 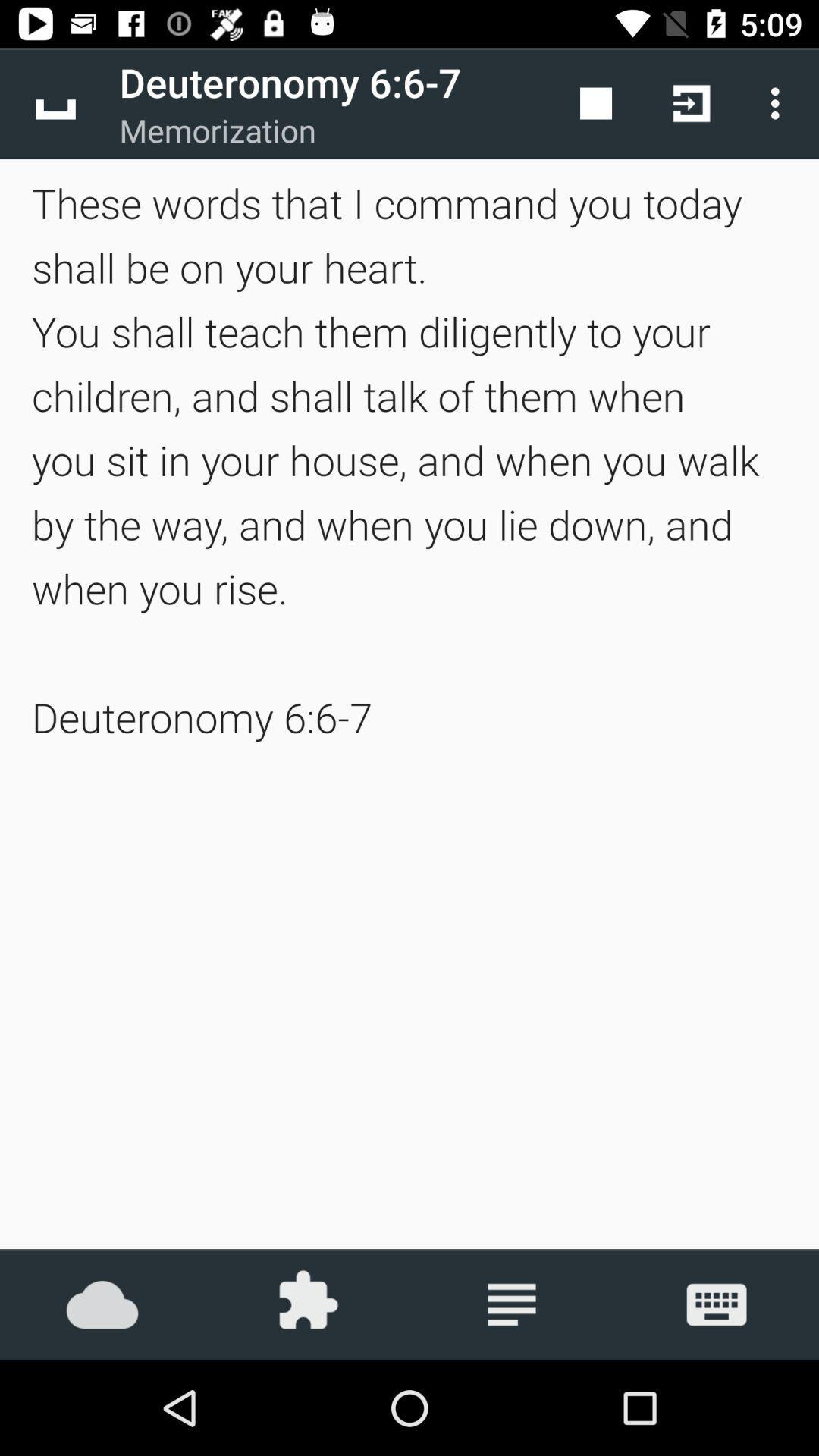 What do you see at coordinates (55, 102) in the screenshot?
I see `the item above these words that` at bounding box center [55, 102].